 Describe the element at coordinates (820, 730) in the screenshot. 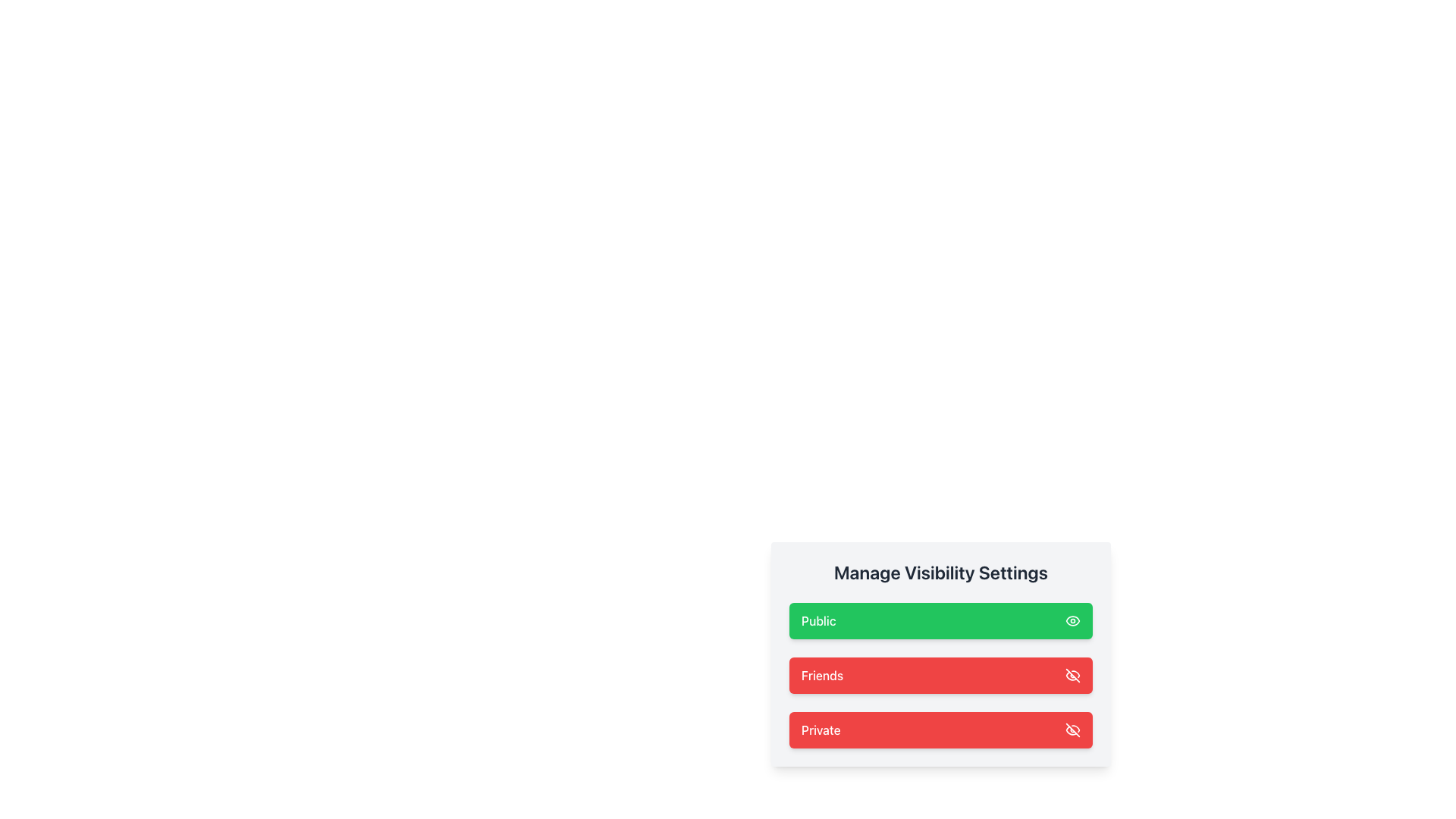

I see `the button labeled 'Private' which has a red background and white font, located at the bottom of the 'Manage Visibility Settings' section to set visibility to 'Private'` at that location.